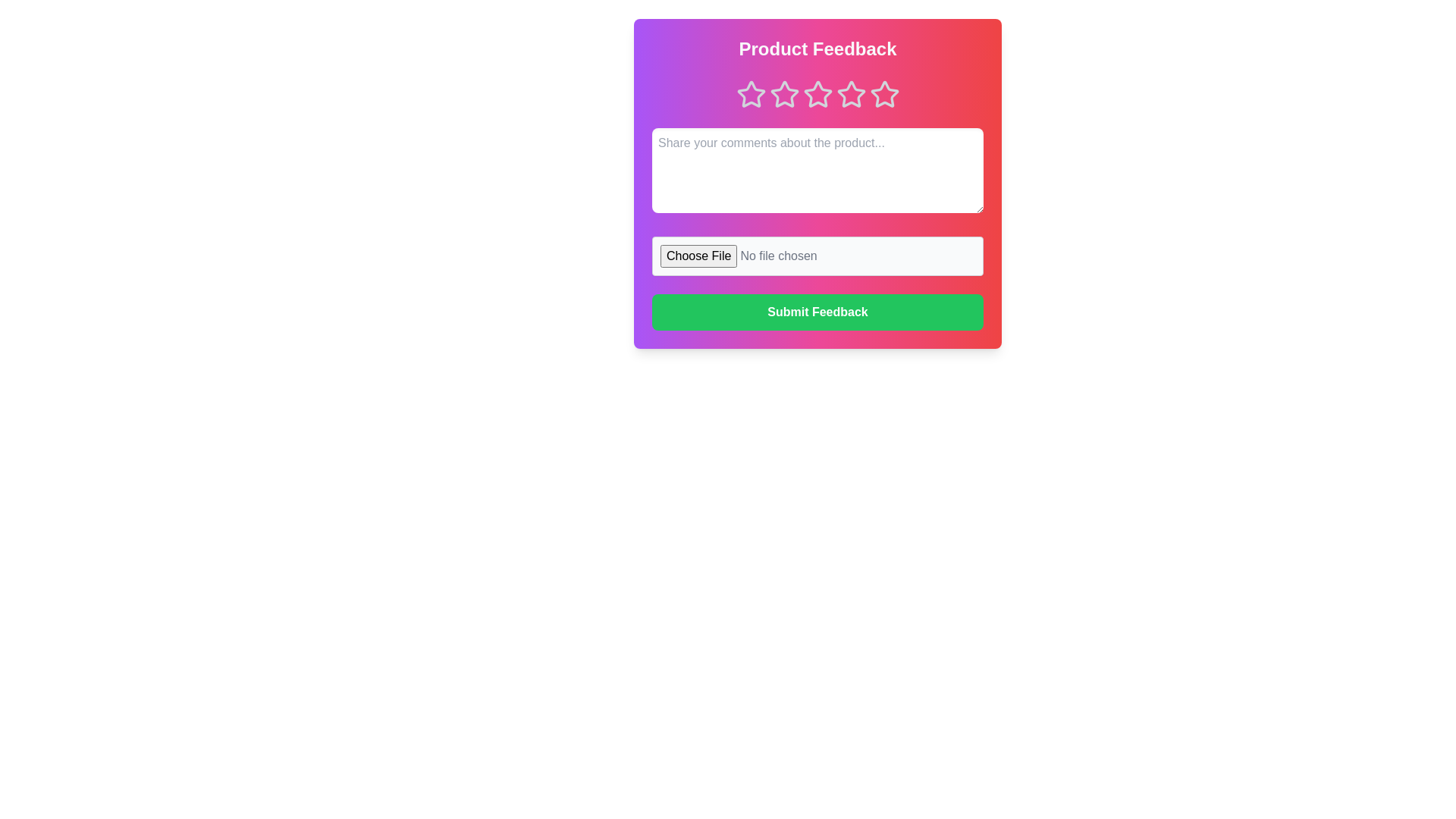  What do you see at coordinates (751, 94) in the screenshot?
I see `the first Rating star icon in the horizontal row located at the top part of the 'Product Feedback' form` at bounding box center [751, 94].